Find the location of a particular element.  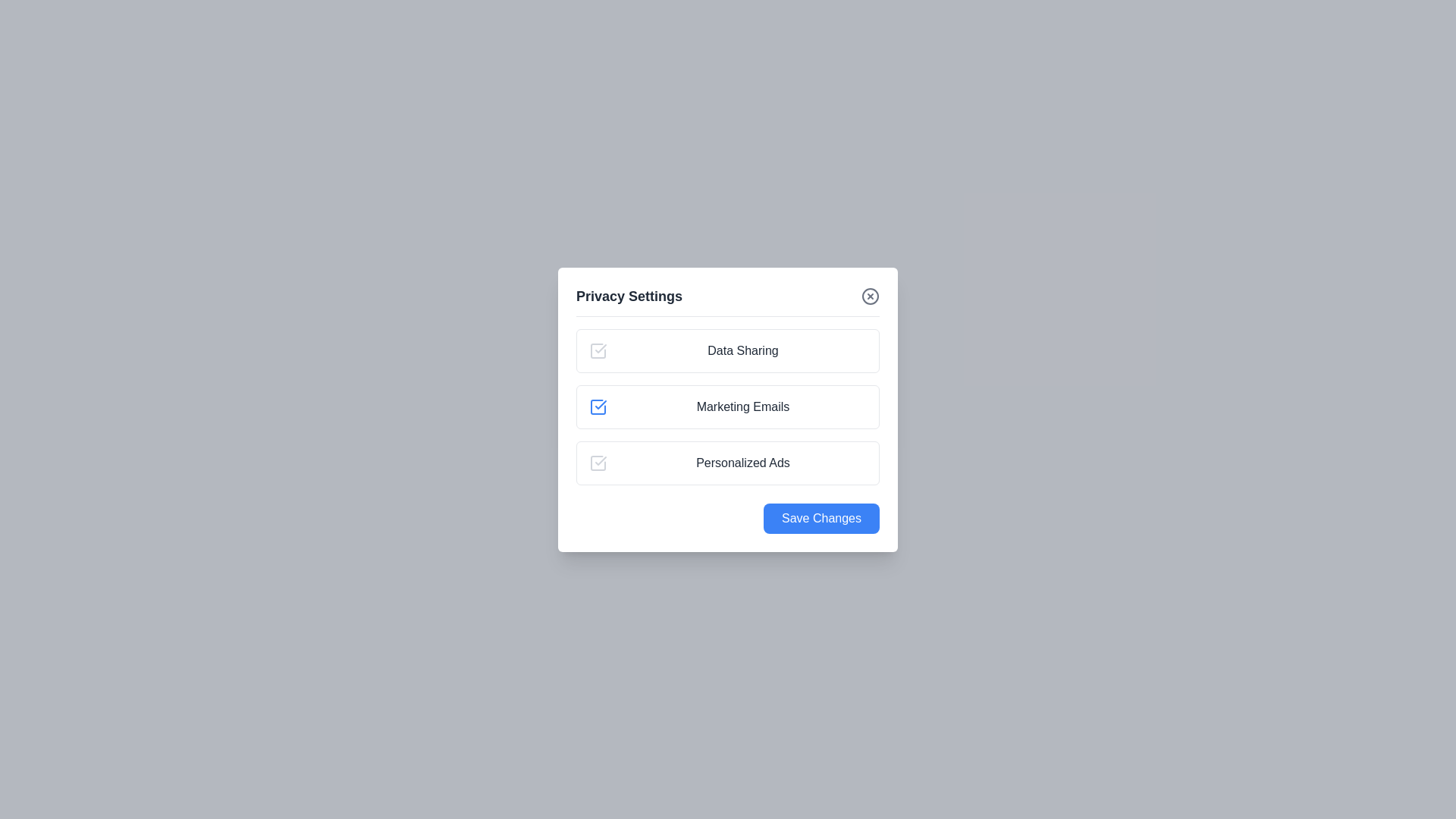

the preference title Personalized Ads from the list is located at coordinates (742, 462).